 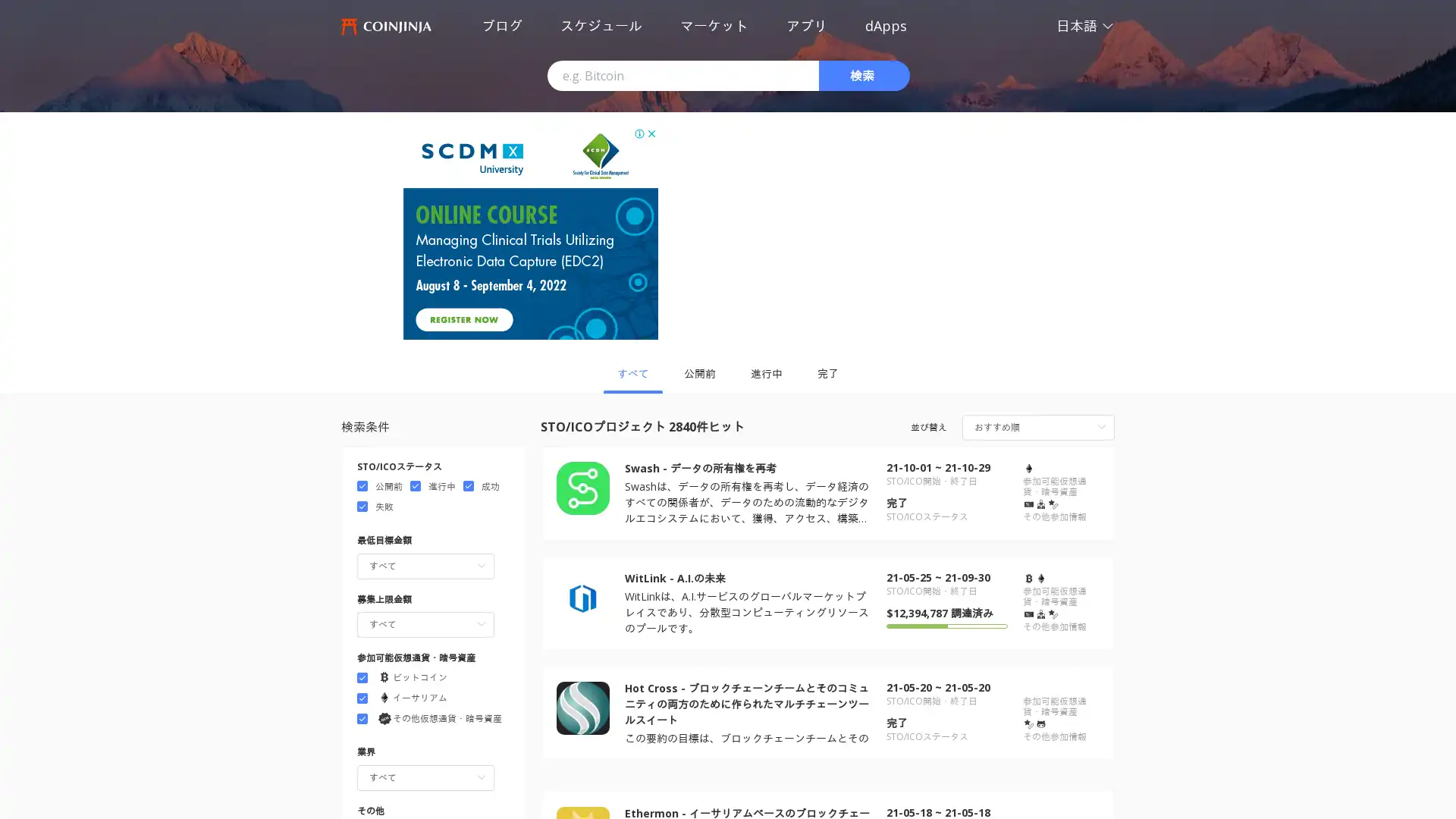 What do you see at coordinates (864, 76) in the screenshot?
I see `search` at bounding box center [864, 76].